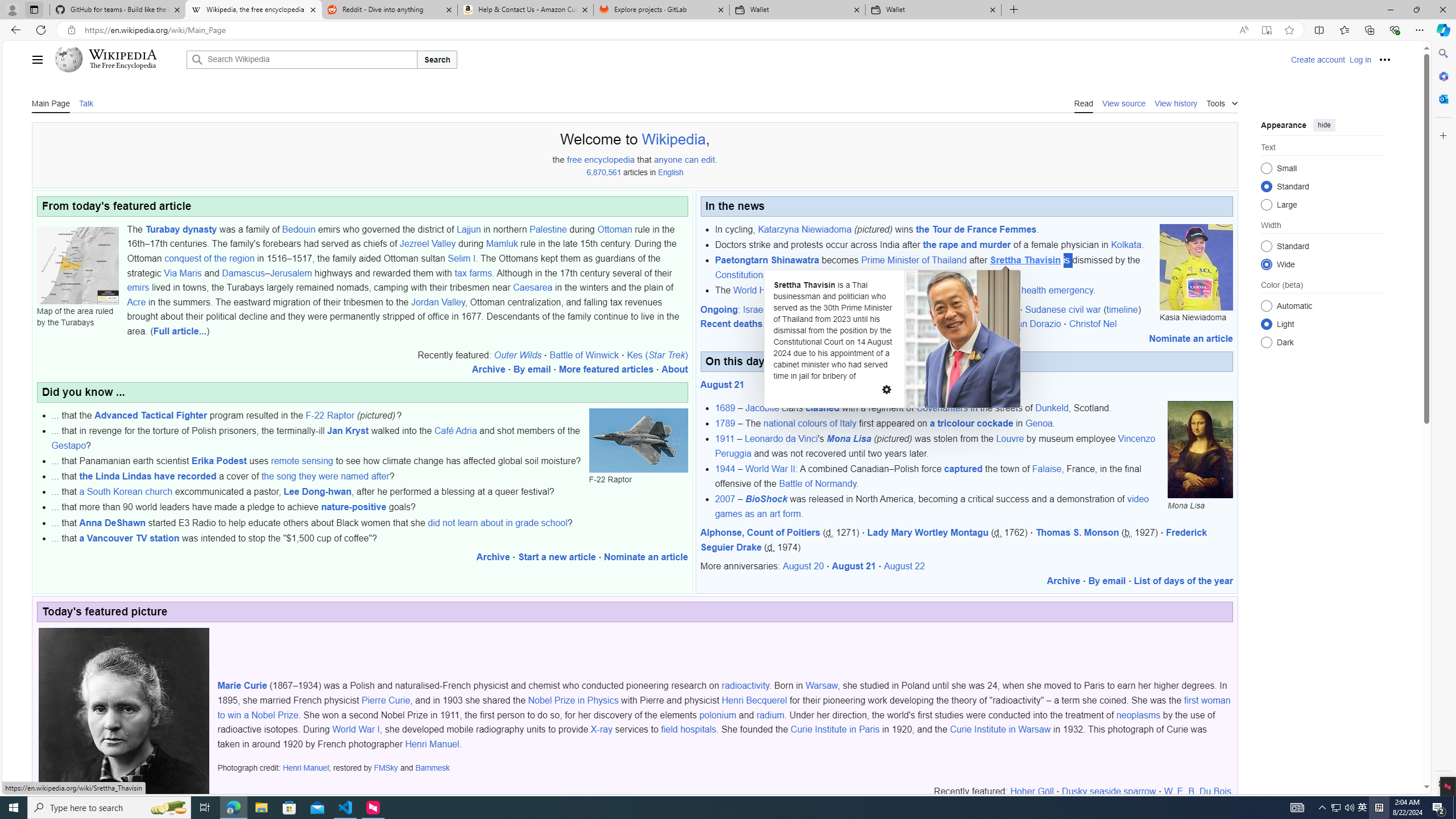 The height and width of the screenshot is (819, 1456). I want to click on 'Prime Minister of Thailand', so click(913, 259).